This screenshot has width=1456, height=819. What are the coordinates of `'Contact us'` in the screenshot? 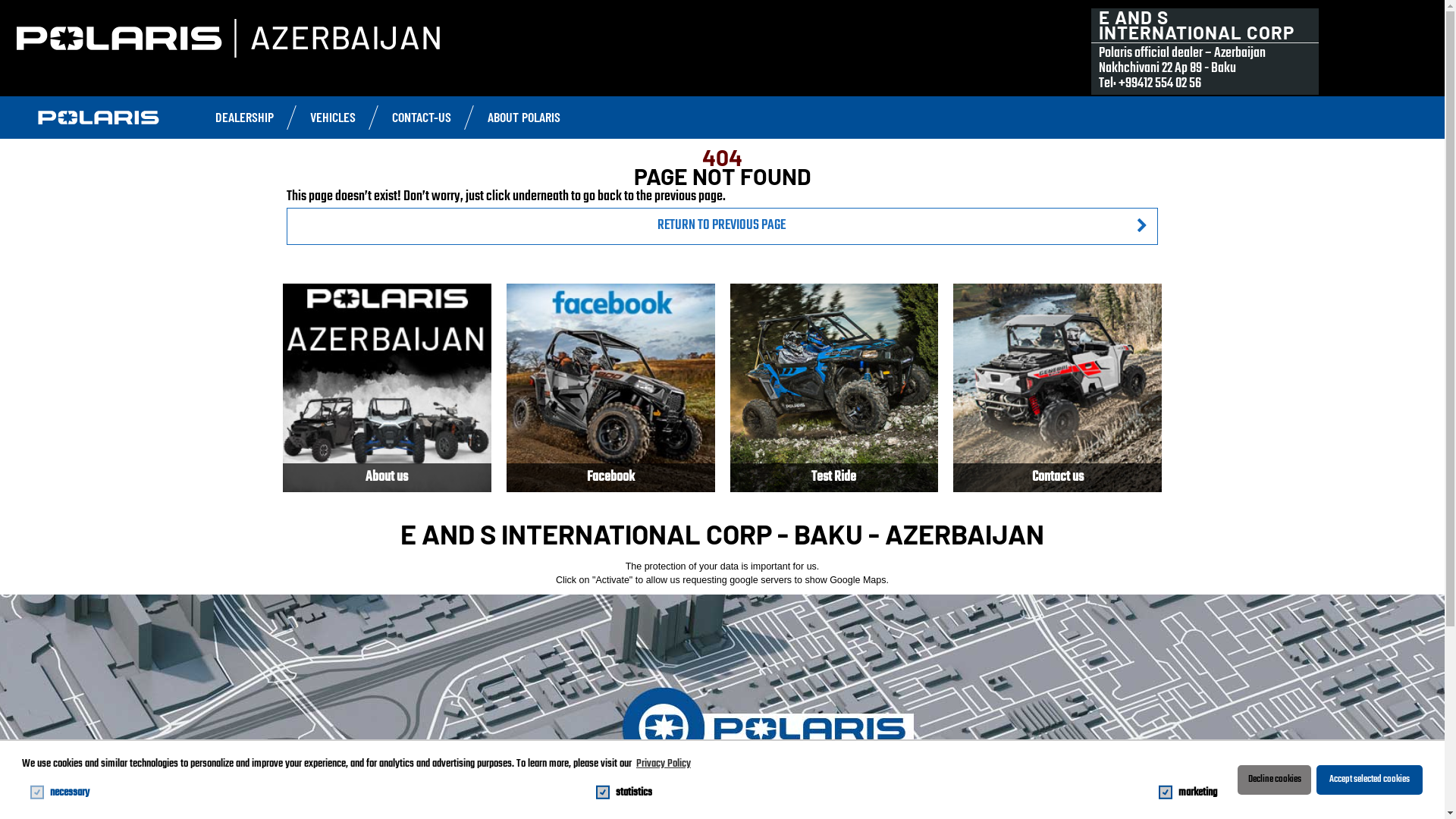 It's located at (1056, 387).